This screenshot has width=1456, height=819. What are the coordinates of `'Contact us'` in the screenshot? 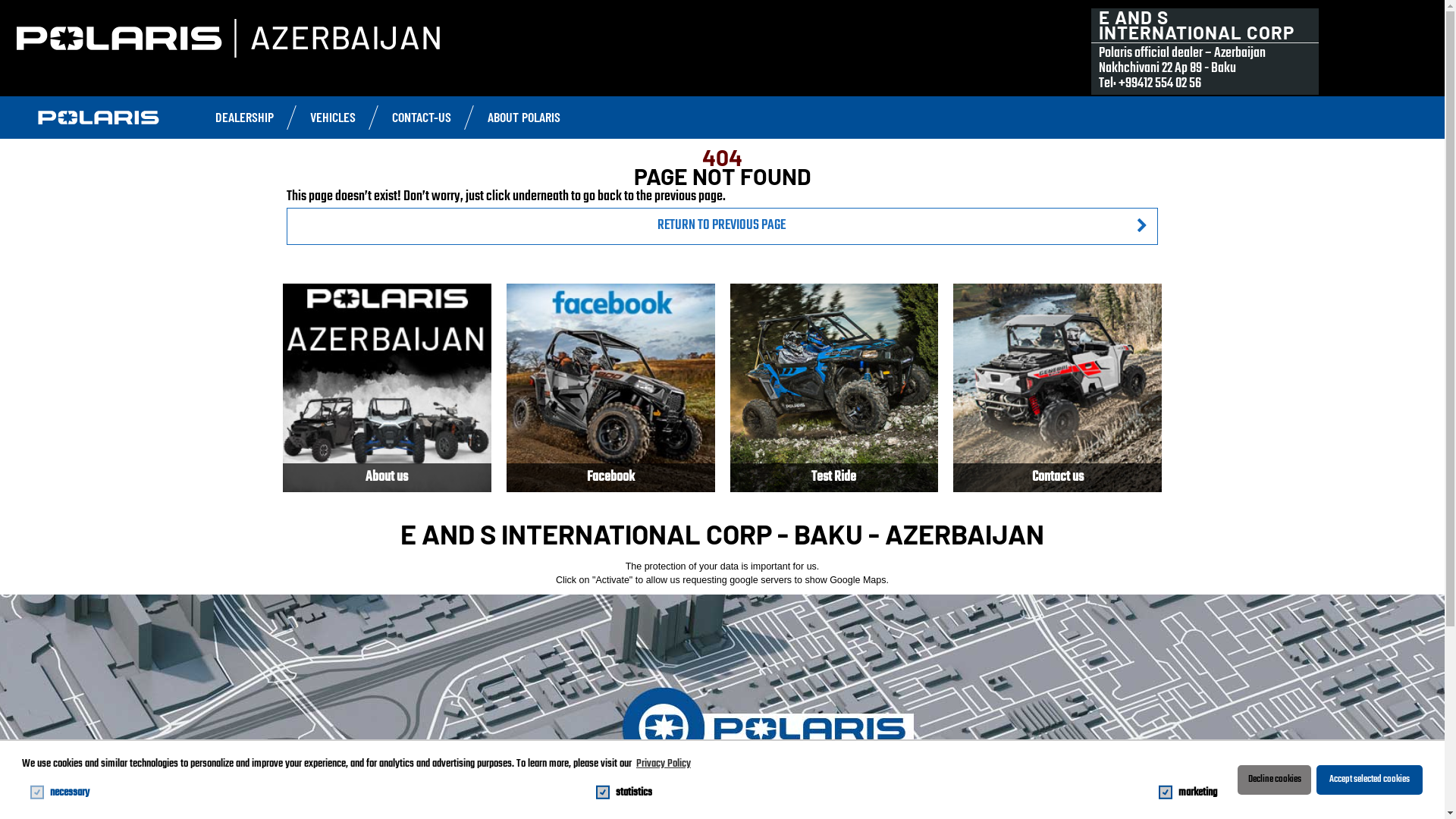 It's located at (1056, 387).